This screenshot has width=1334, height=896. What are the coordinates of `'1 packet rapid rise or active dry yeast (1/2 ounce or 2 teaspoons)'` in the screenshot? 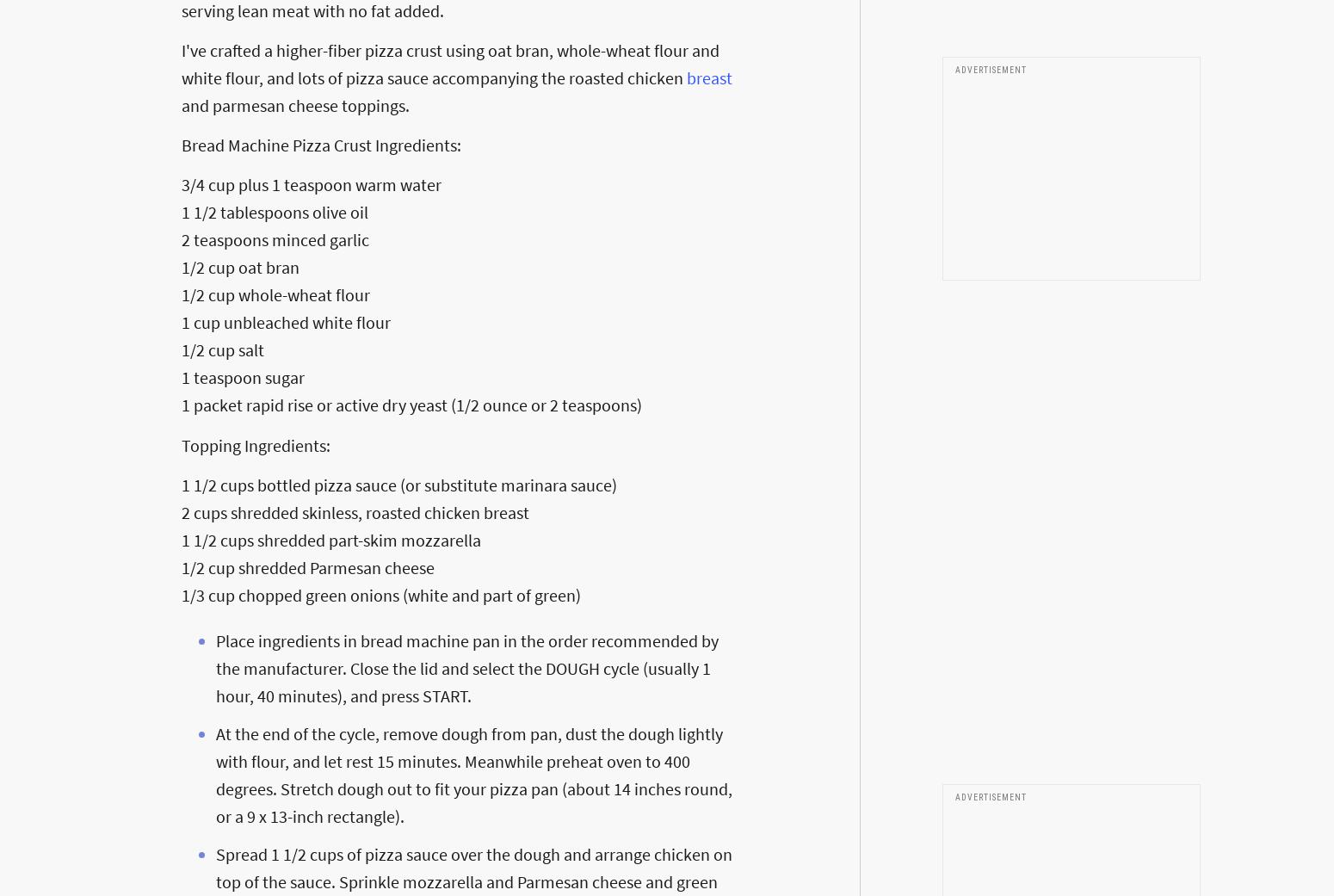 It's located at (411, 404).